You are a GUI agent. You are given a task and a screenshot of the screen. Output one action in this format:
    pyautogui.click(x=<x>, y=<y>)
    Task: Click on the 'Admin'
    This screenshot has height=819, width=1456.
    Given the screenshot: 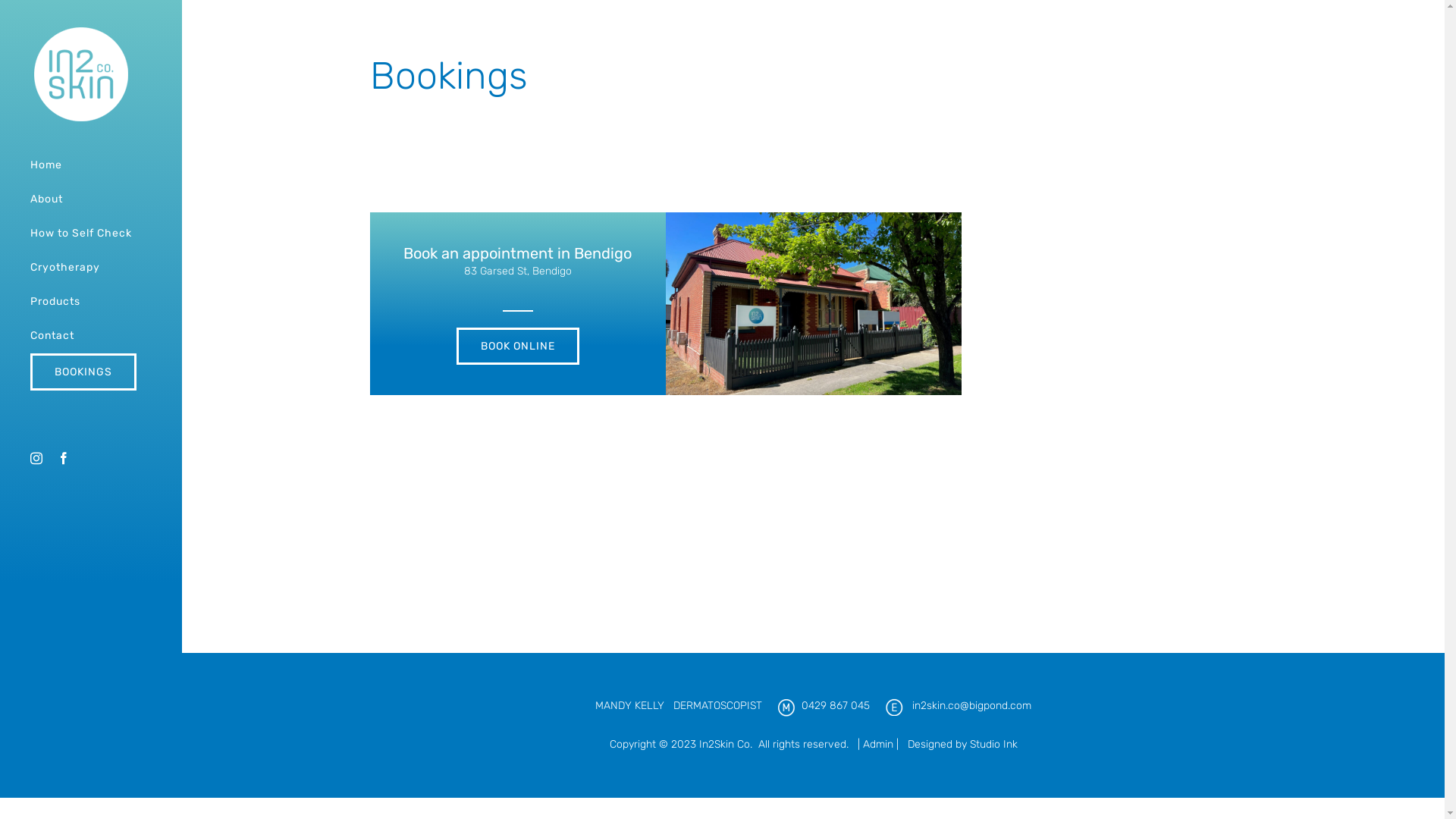 What is the action you would take?
    pyautogui.click(x=877, y=743)
    